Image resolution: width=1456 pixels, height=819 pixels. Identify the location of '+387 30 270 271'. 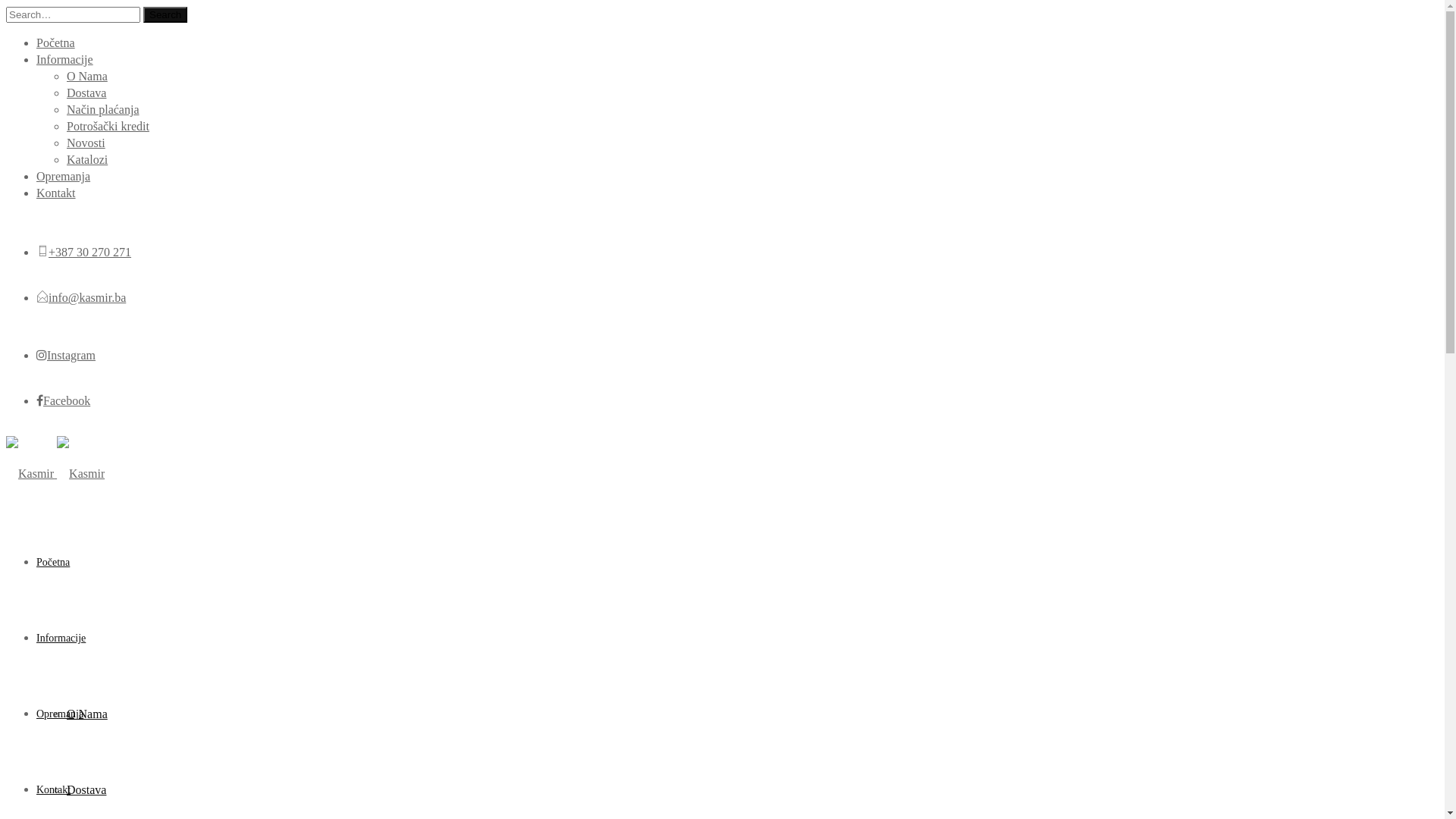
(89, 251).